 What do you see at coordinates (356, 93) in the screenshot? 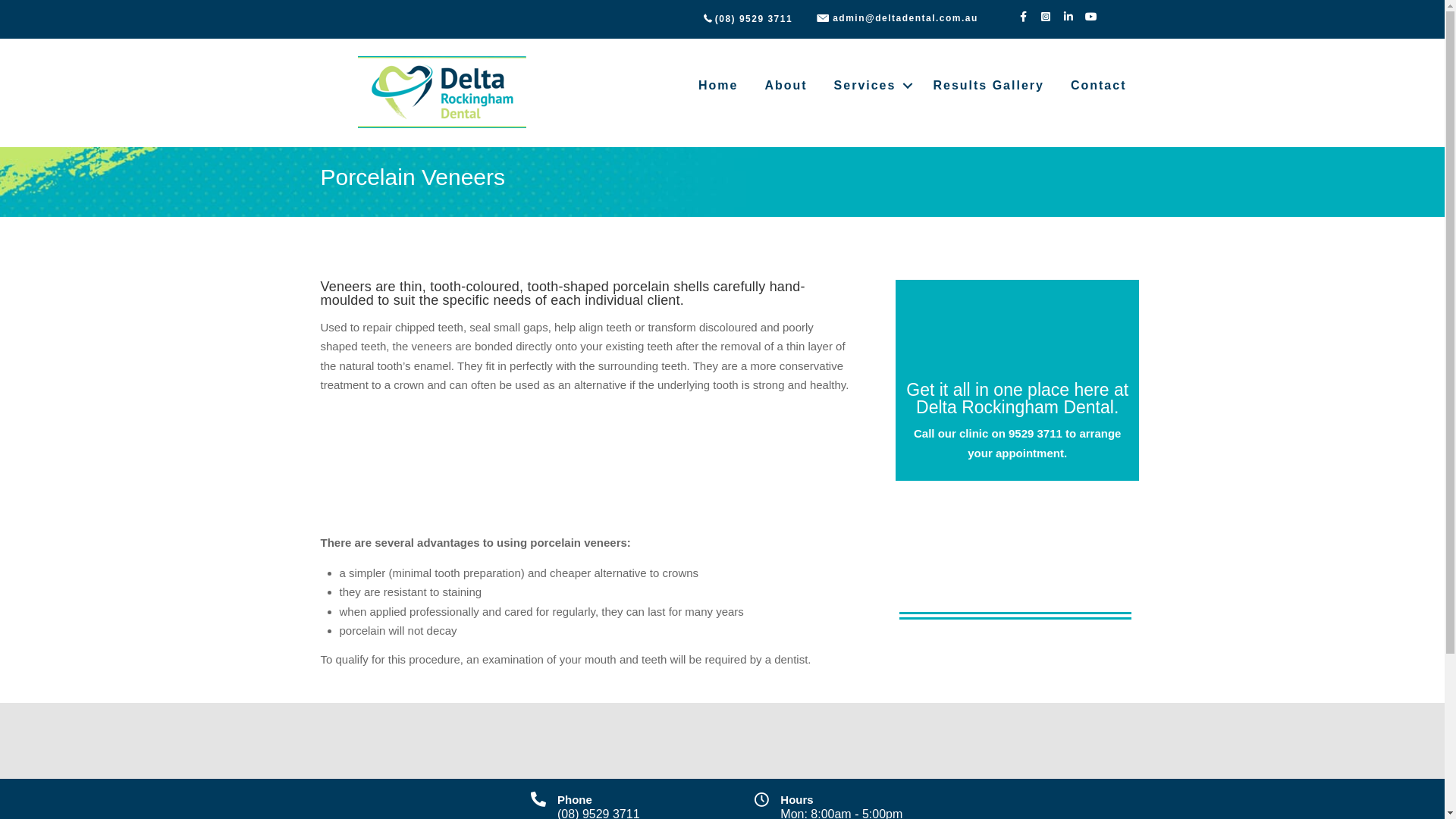
I see `'deltadental-logo'` at bounding box center [356, 93].